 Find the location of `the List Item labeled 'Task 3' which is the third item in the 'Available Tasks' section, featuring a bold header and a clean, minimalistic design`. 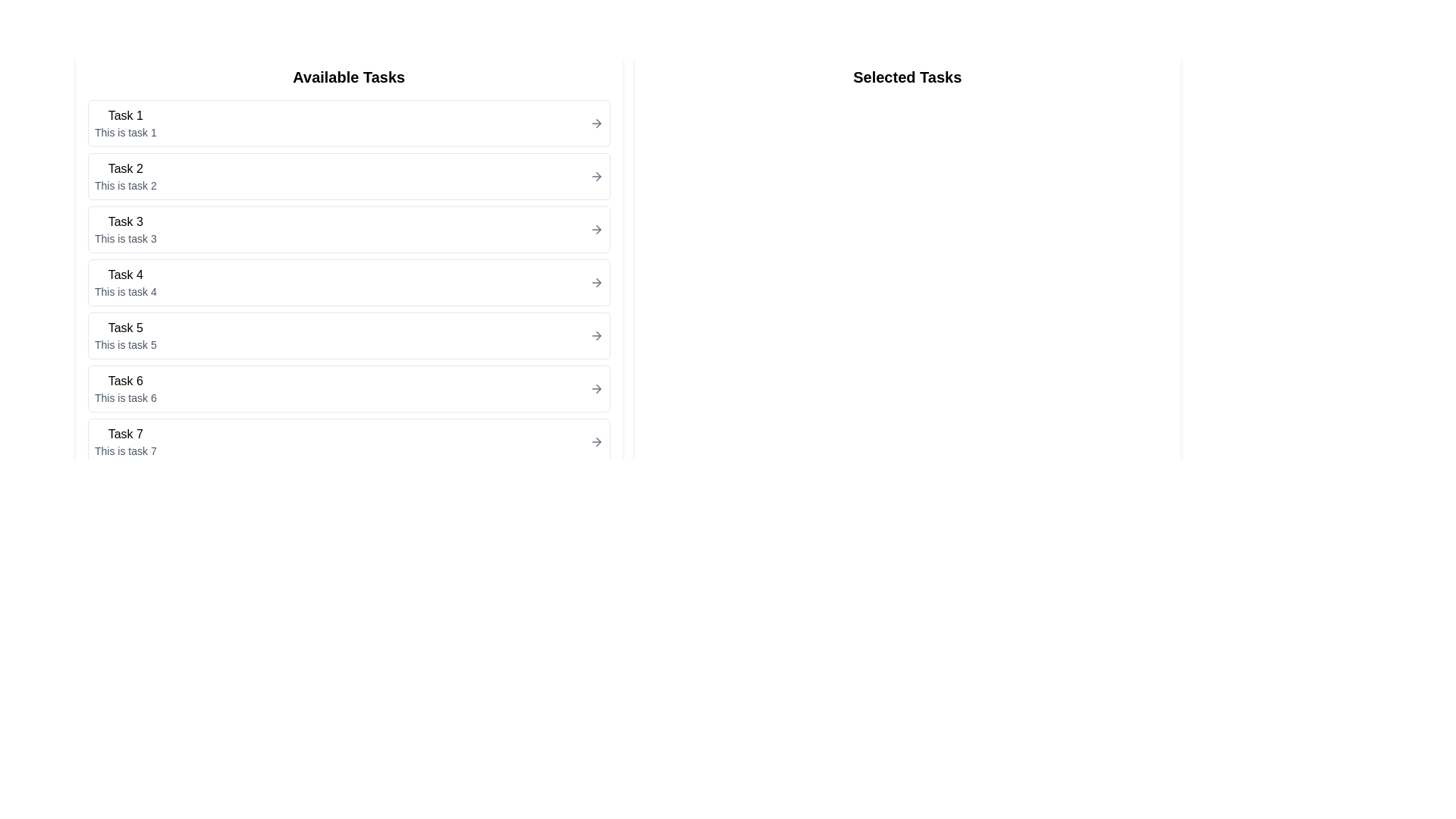

the List Item labeled 'Task 3' which is the third item in the 'Available Tasks' section, featuring a bold header and a clean, minimalistic design is located at coordinates (125, 230).